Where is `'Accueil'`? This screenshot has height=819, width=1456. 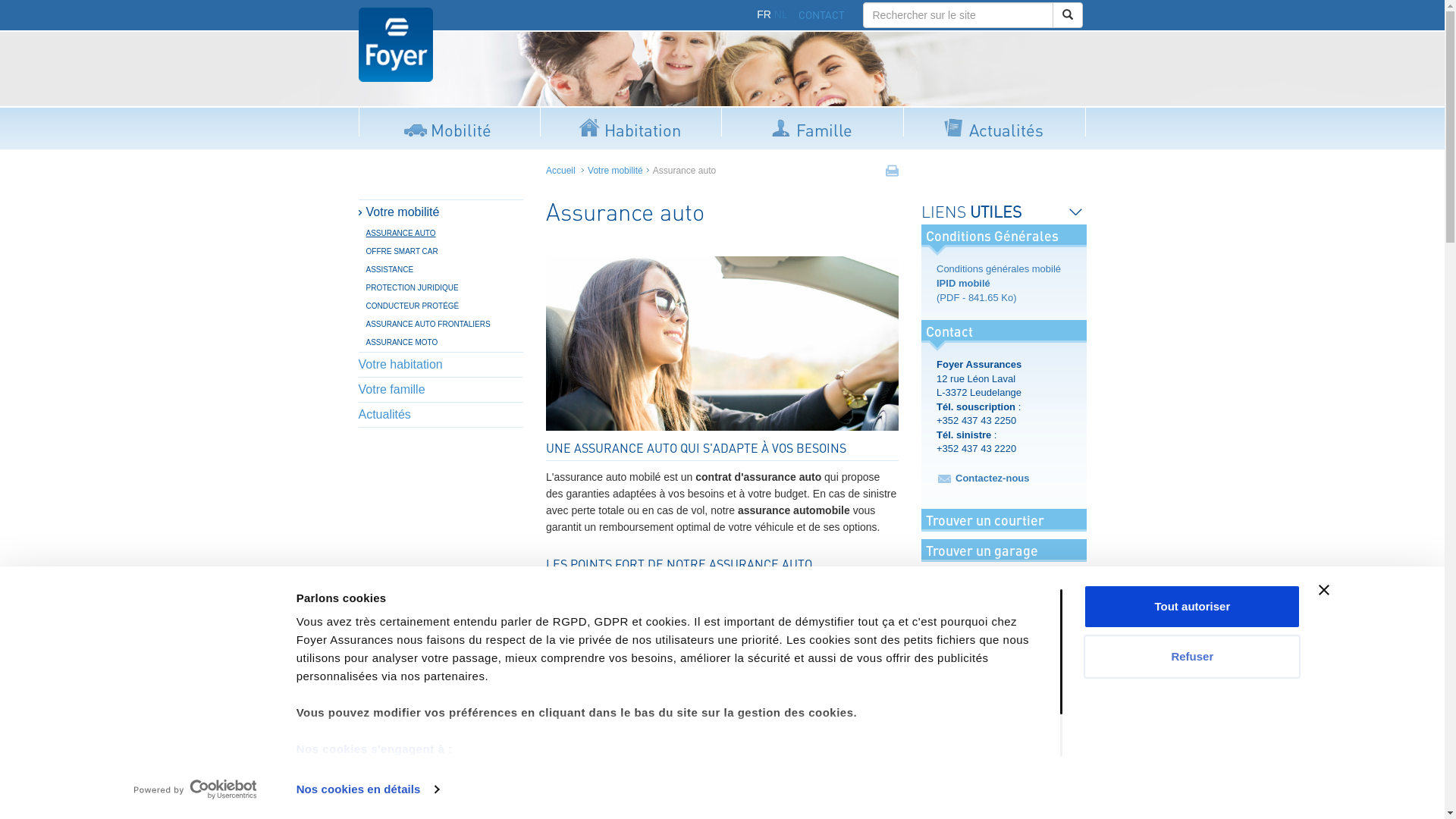 'Accueil' is located at coordinates (560, 170).